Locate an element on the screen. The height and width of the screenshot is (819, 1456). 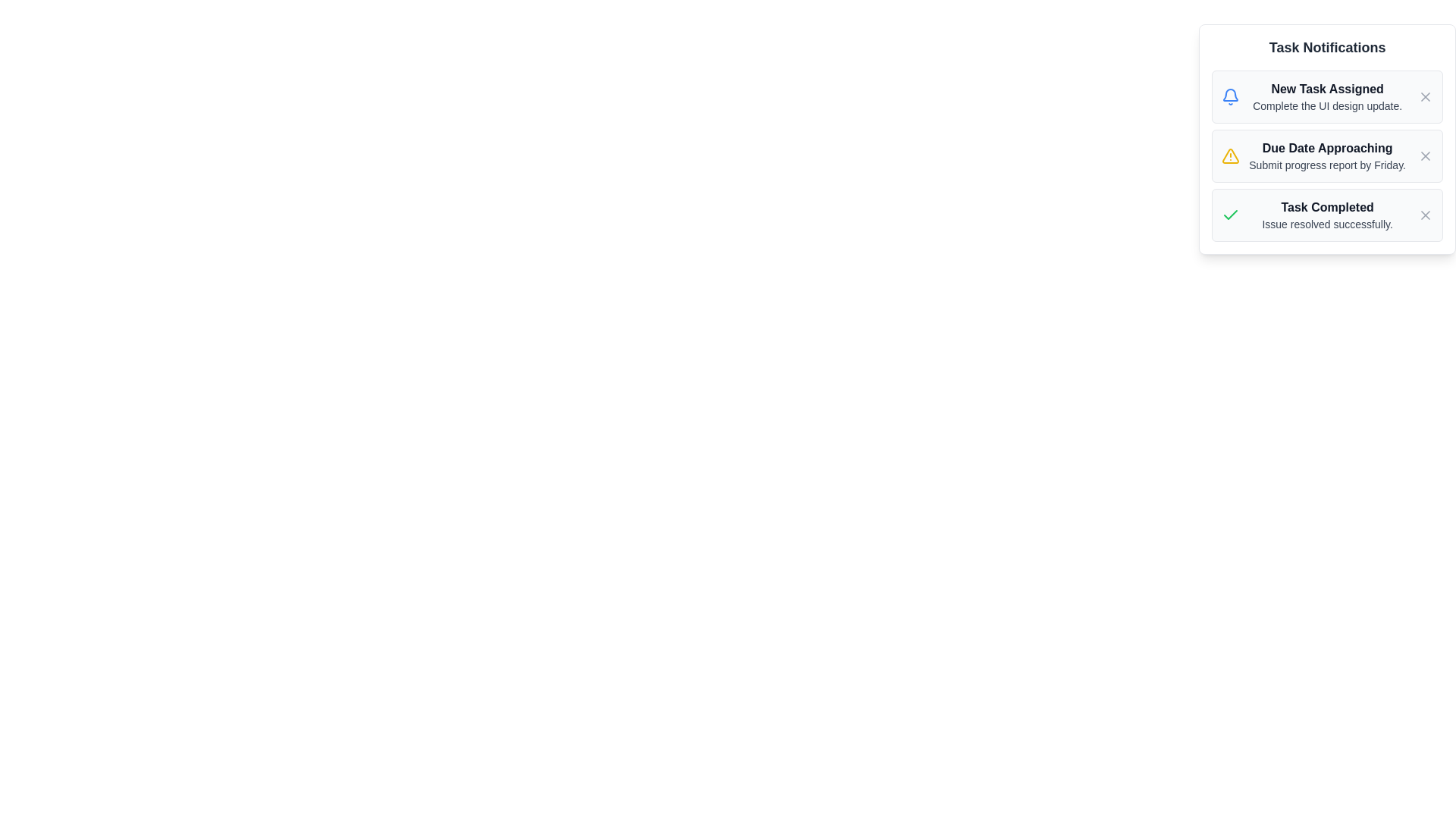
text 'Task Completed' displayed in bold dark gray color, located in the bottom-most notification panel of 'Task Notifications', directly above 'Issue resolved successfully' is located at coordinates (1326, 207).